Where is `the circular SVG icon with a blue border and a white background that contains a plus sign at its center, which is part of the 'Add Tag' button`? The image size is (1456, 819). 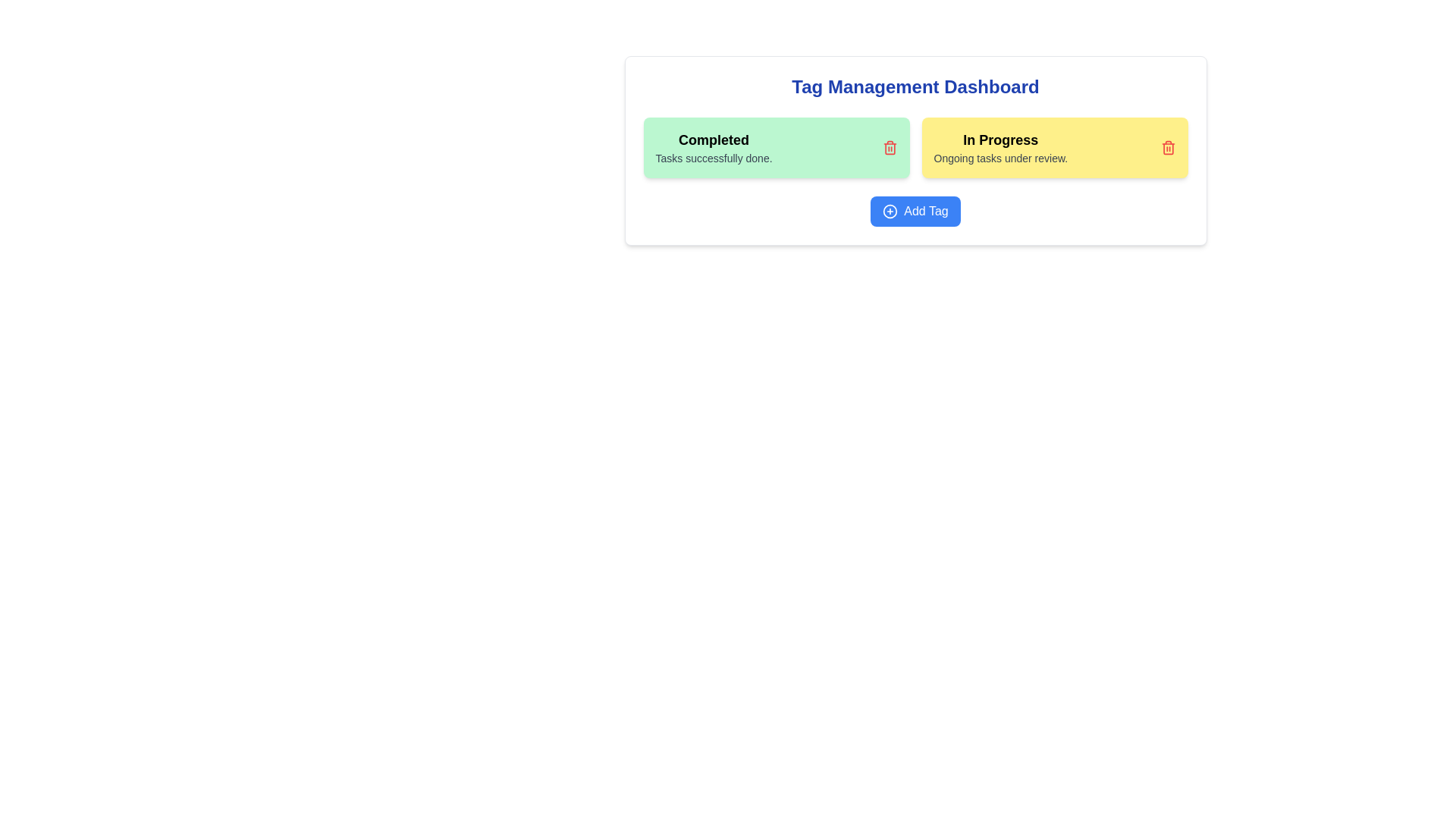 the circular SVG icon with a blue border and a white background that contains a plus sign at its center, which is part of the 'Add Tag' button is located at coordinates (890, 211).